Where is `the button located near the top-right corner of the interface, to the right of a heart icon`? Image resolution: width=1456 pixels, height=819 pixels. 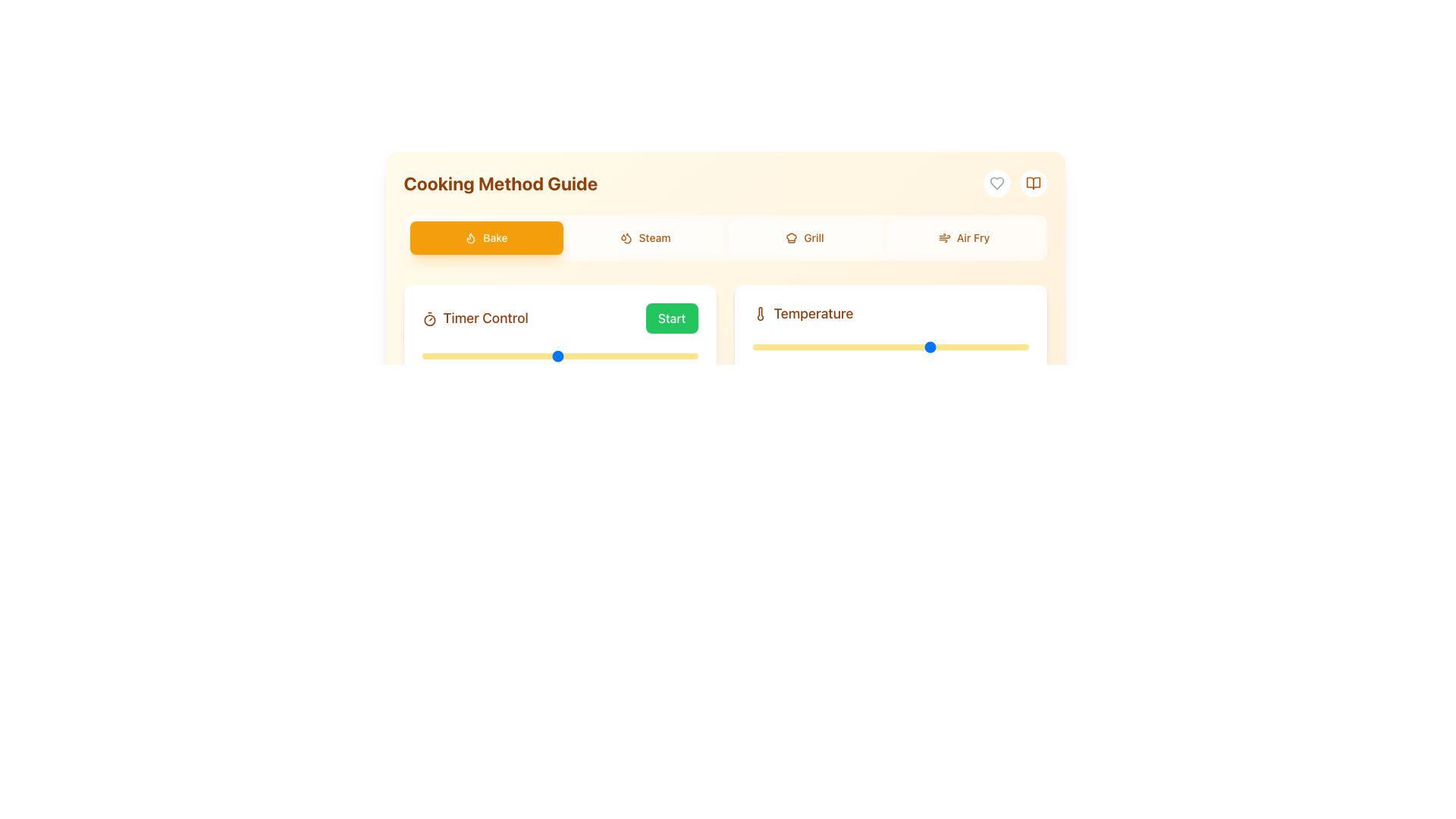
the button located near the top-right corner of the interface, to the right of a heart icon is located at coordinates (1032, 183).